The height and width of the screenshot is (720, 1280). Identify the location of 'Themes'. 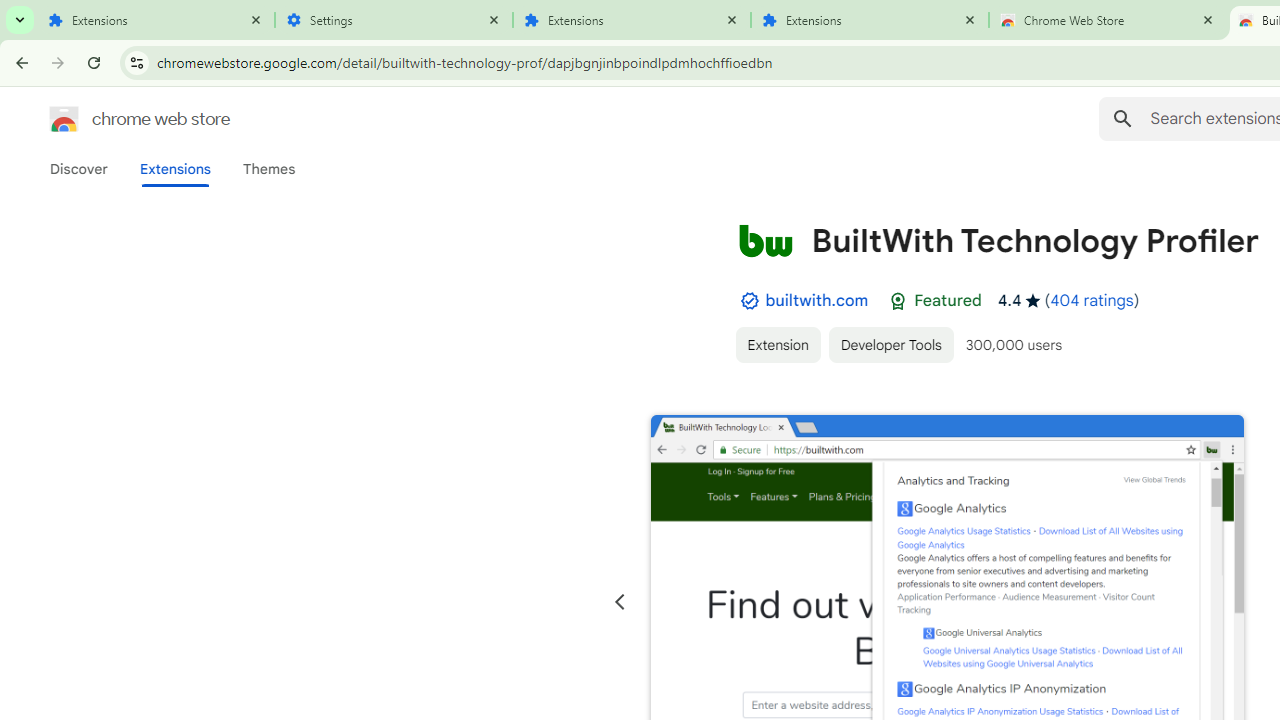
(268, 168).